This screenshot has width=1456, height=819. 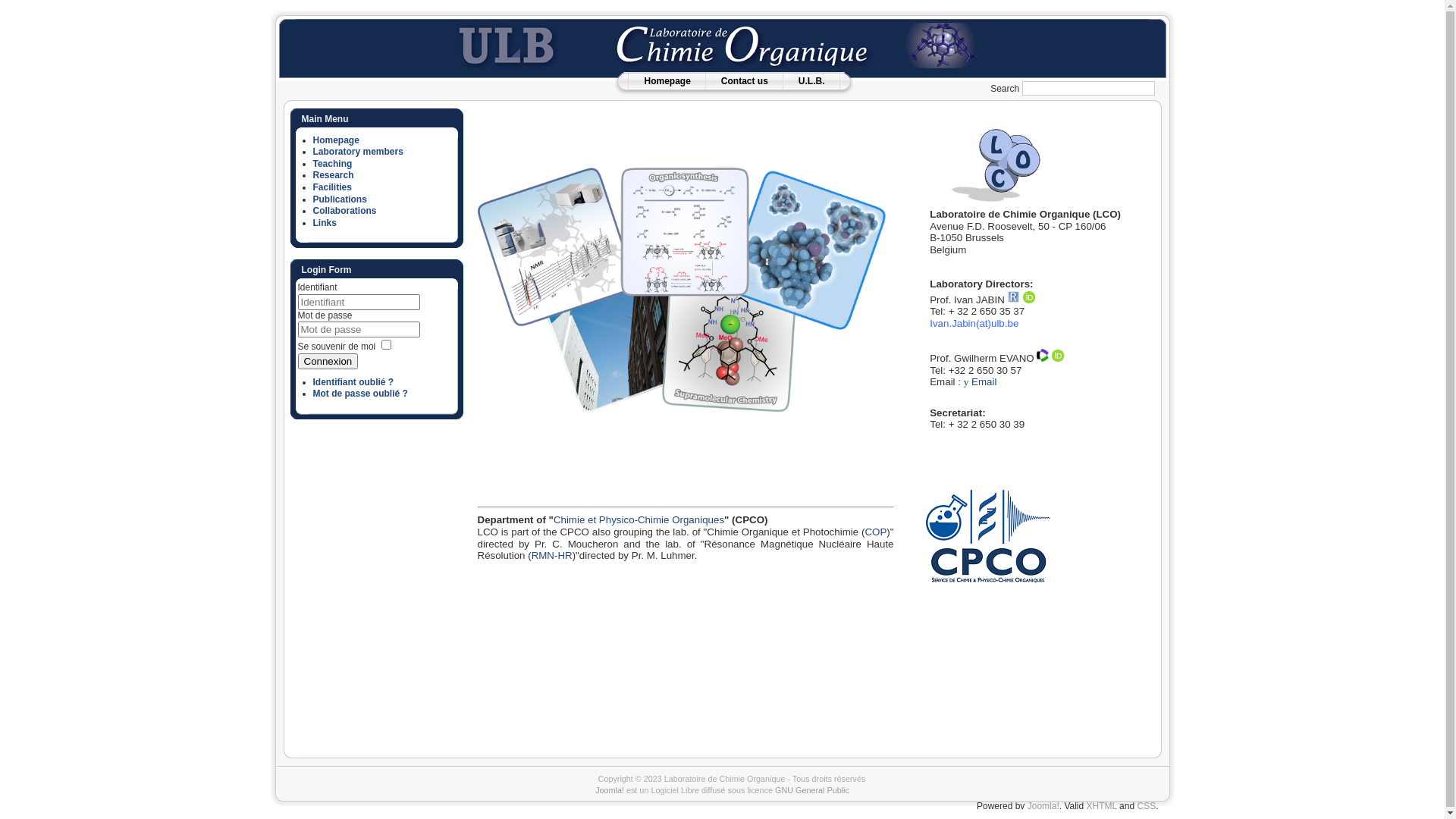 What do you see at coordinates (1146, 805) in the screenshot?
I see `'CSS'` at bounding box center [1146, 805].